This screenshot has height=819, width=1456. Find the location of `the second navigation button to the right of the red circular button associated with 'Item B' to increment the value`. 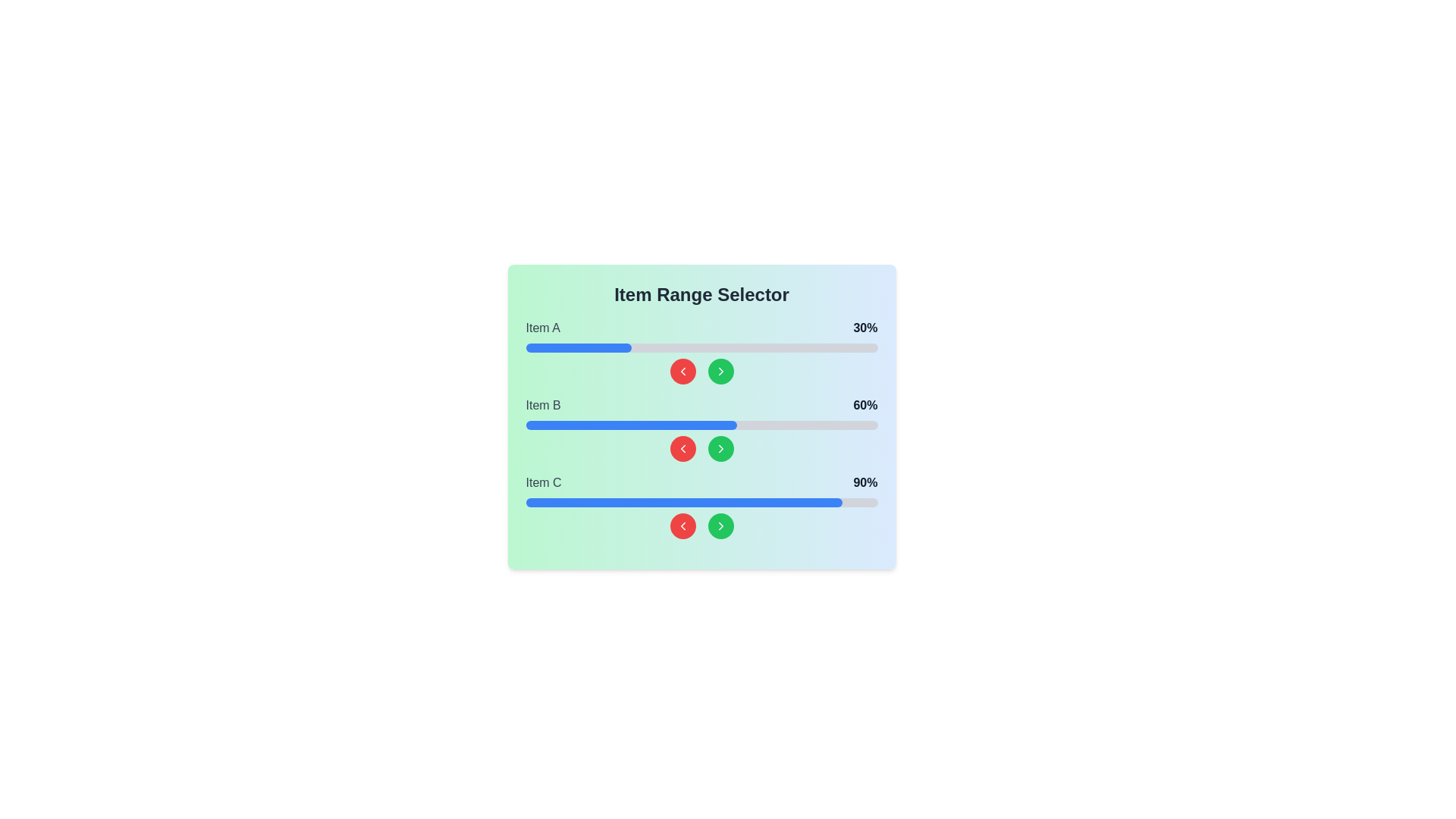

the second navigation button to the right of the red circular button associated with 'Item B' to increment the value is located at coordinates (720, 447).